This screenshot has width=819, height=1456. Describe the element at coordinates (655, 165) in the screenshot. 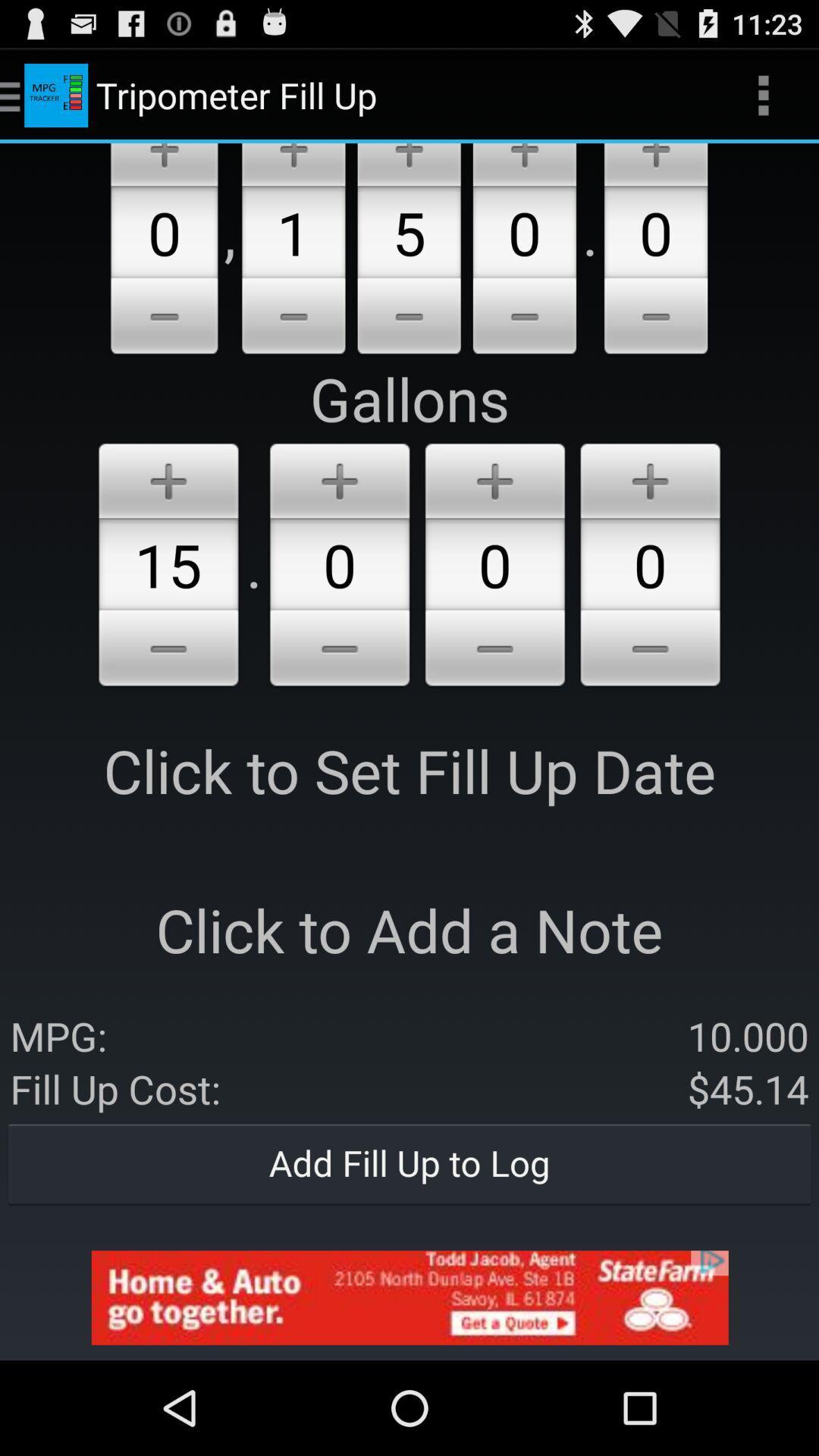

I see `increase millage` at that location.